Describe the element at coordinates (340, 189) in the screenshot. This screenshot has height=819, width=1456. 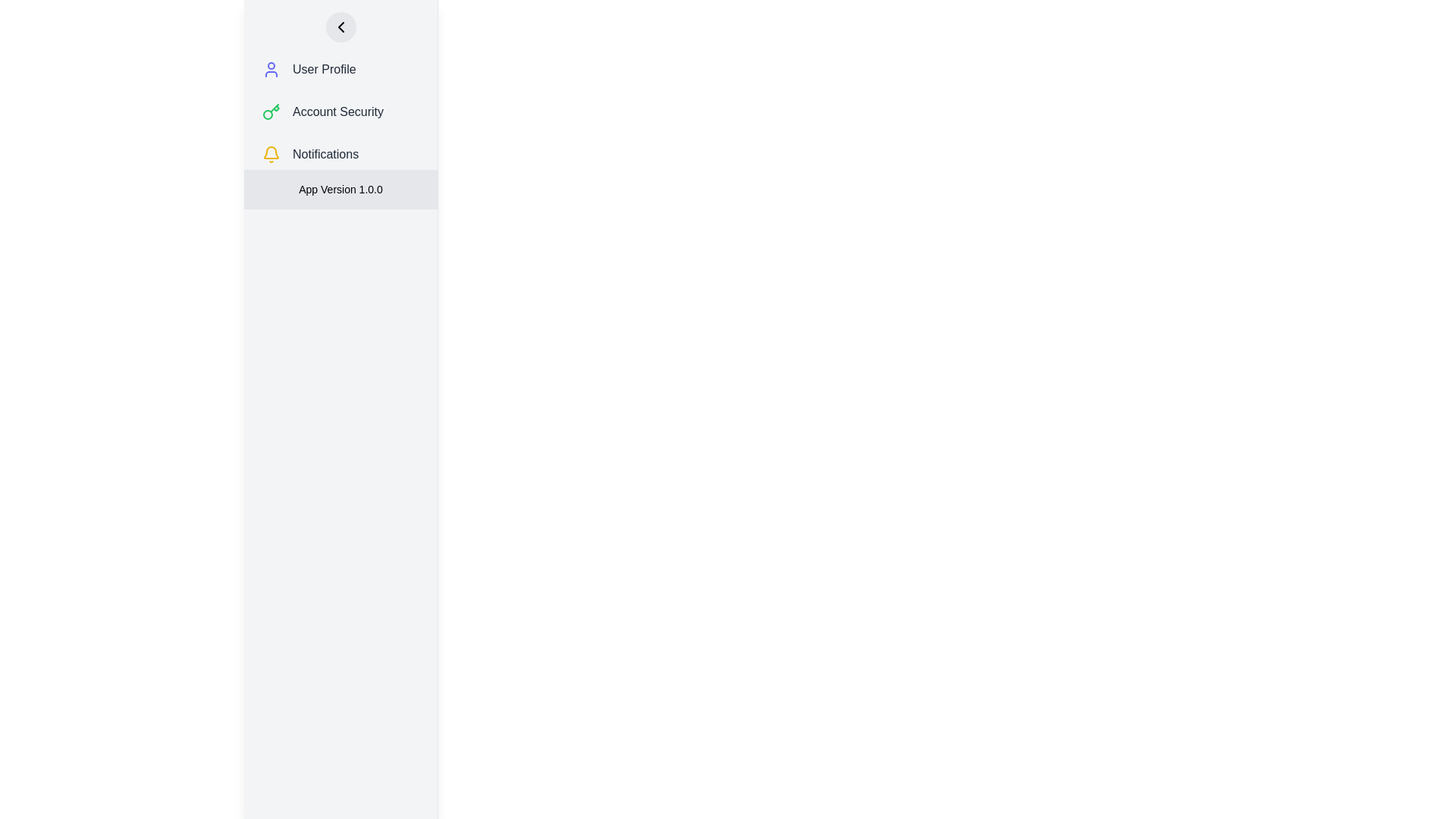
I see `the static text label displaying 'App Version 1.0.0' located at the bottom of the interface in the sticky footer section` at that location.